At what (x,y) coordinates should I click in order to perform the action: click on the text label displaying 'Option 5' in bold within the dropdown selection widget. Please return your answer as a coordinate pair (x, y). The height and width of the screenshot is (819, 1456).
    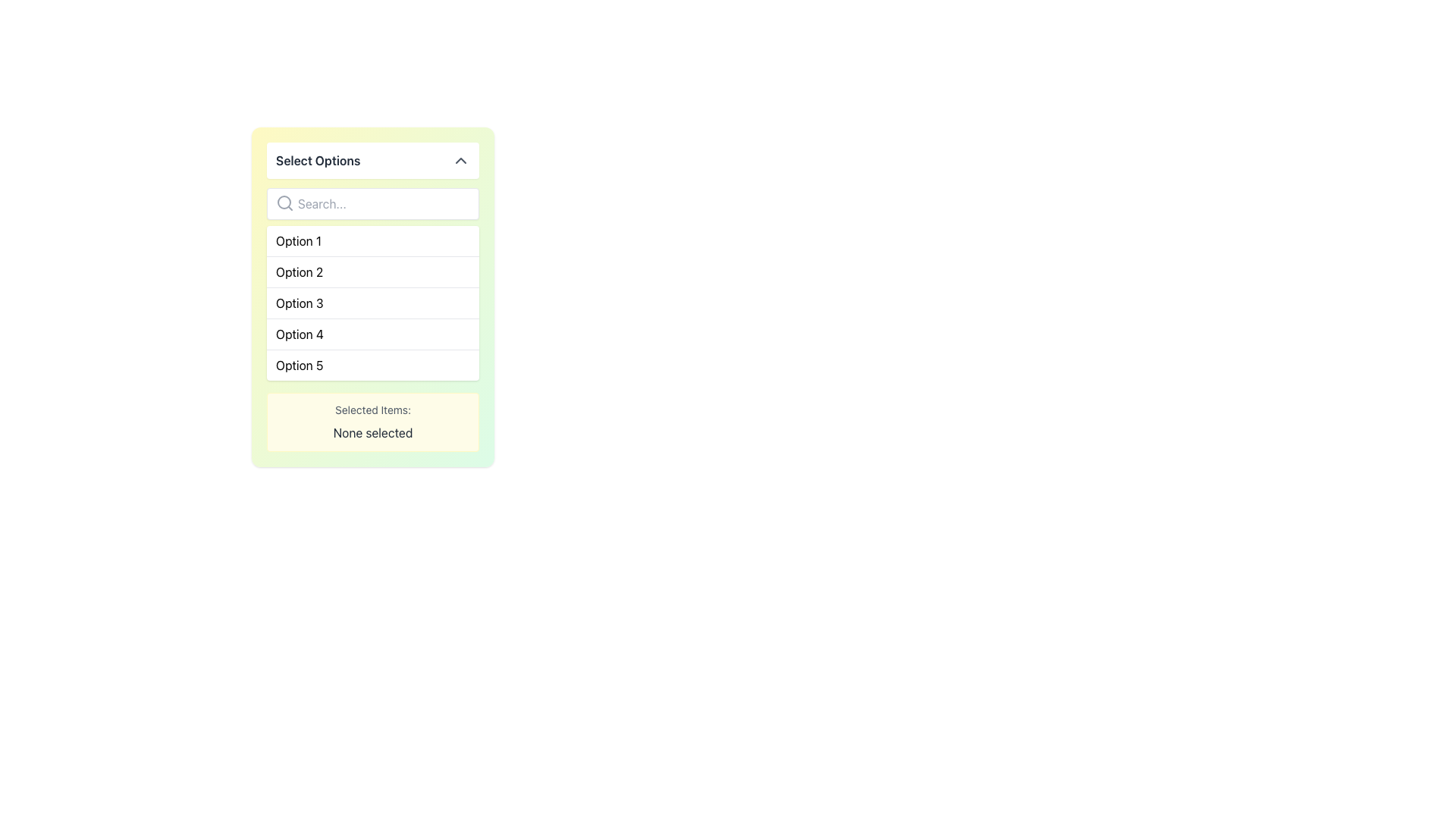
    Looking at the image, I should click on (300, 366).